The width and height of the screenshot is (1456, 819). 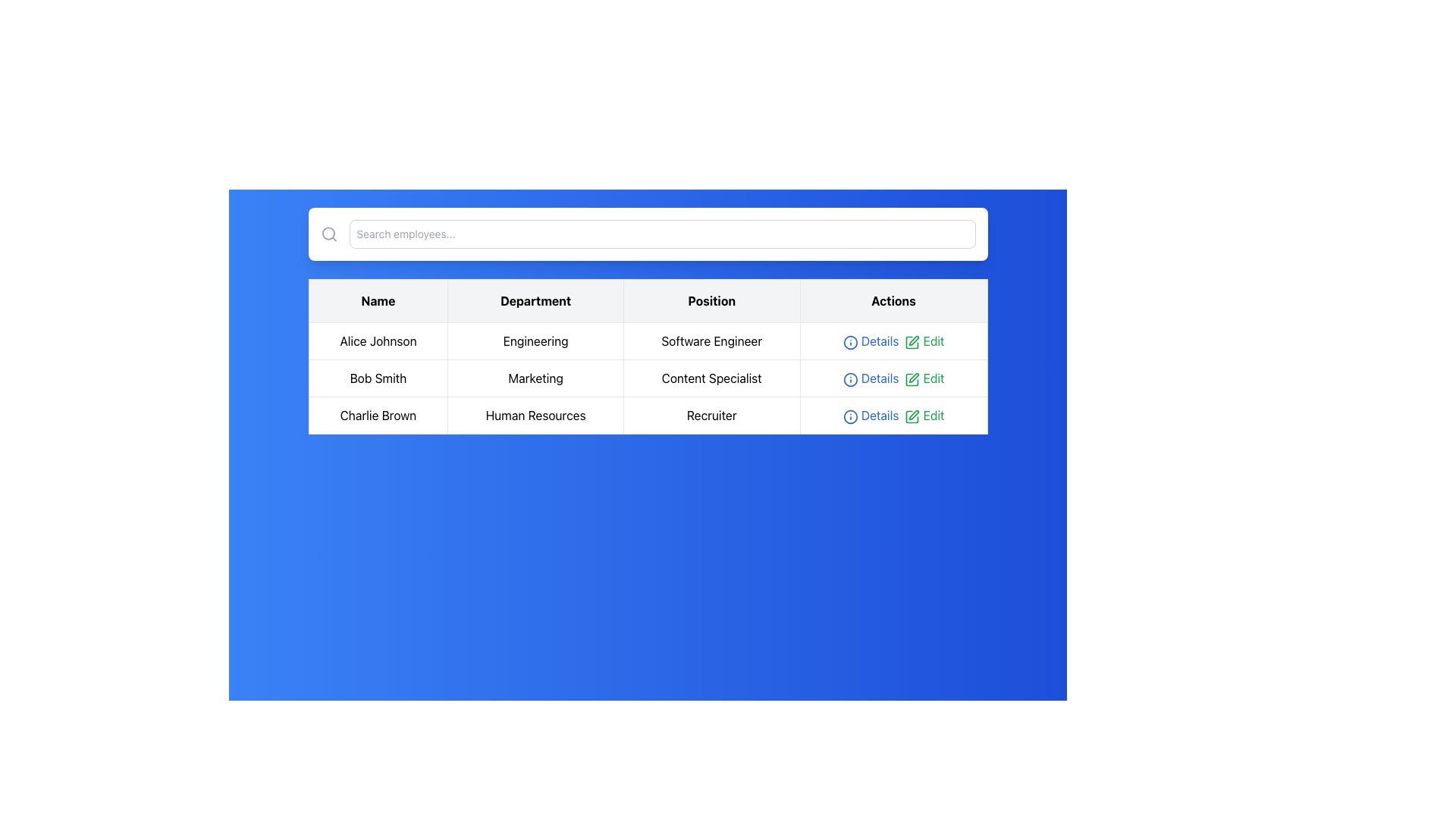 What do you see at coordinates (912, 416) in the screenshot?
I see `the green pen icon in the Actions column next to the 'Edit' label for the row of 'Charlie Brown'` at bounding box center [912, 416].